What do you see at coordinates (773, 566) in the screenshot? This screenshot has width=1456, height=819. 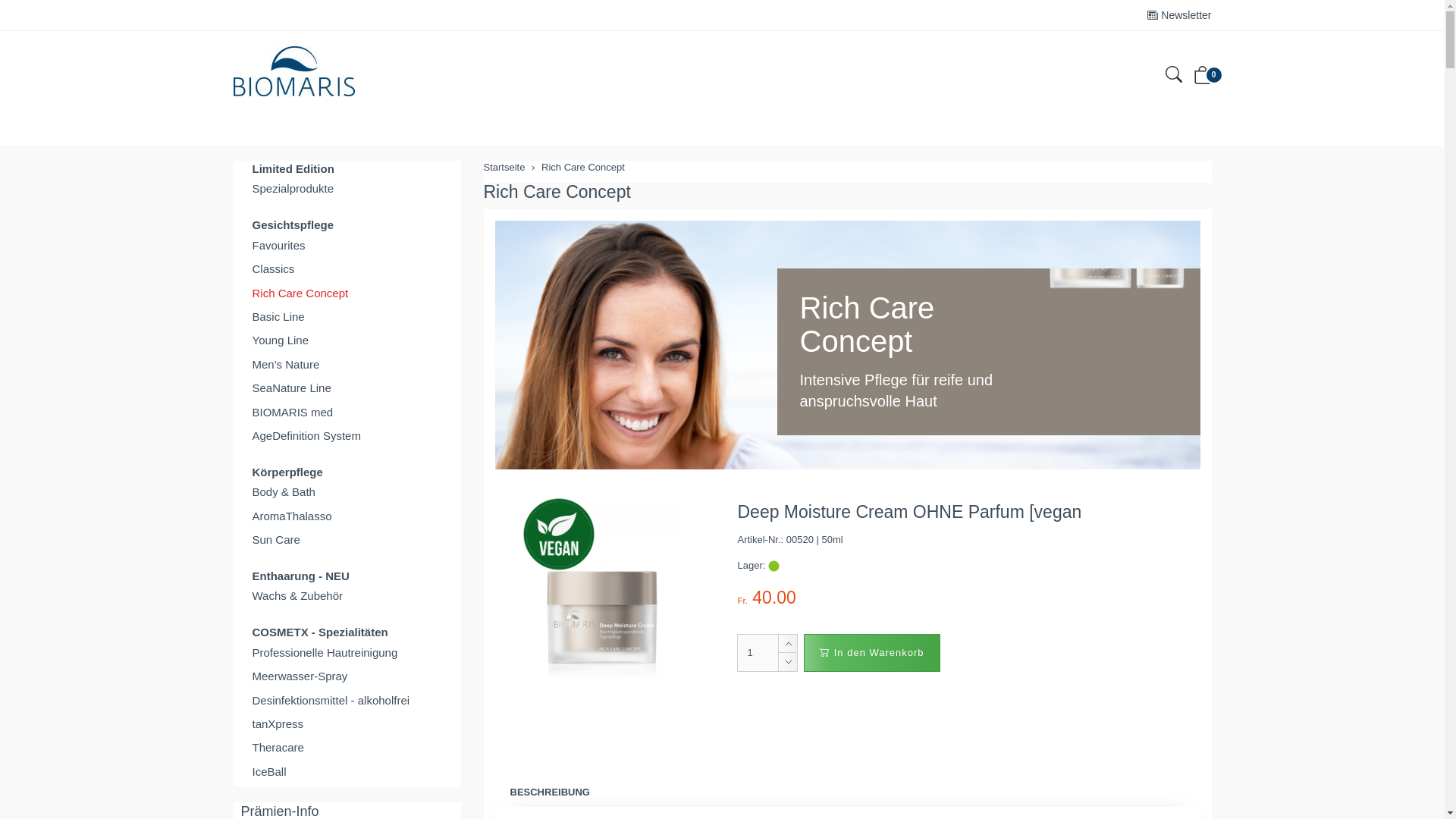 I see `'Artikel an Lager'` at bounding box center [773, 566].